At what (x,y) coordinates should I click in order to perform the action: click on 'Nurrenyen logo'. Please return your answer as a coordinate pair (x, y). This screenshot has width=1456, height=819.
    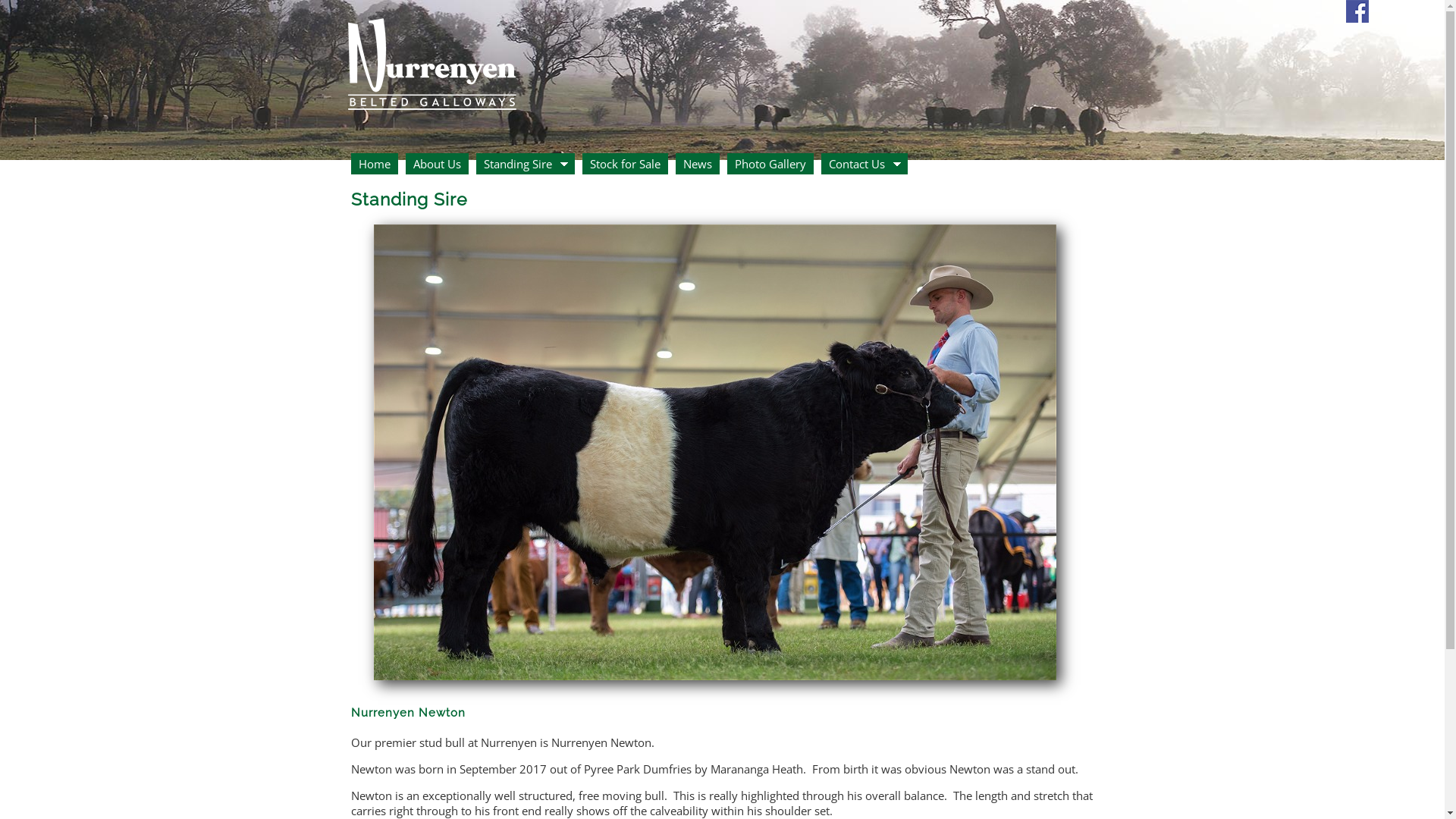
    Looking at the image, I should click on (430, 57).